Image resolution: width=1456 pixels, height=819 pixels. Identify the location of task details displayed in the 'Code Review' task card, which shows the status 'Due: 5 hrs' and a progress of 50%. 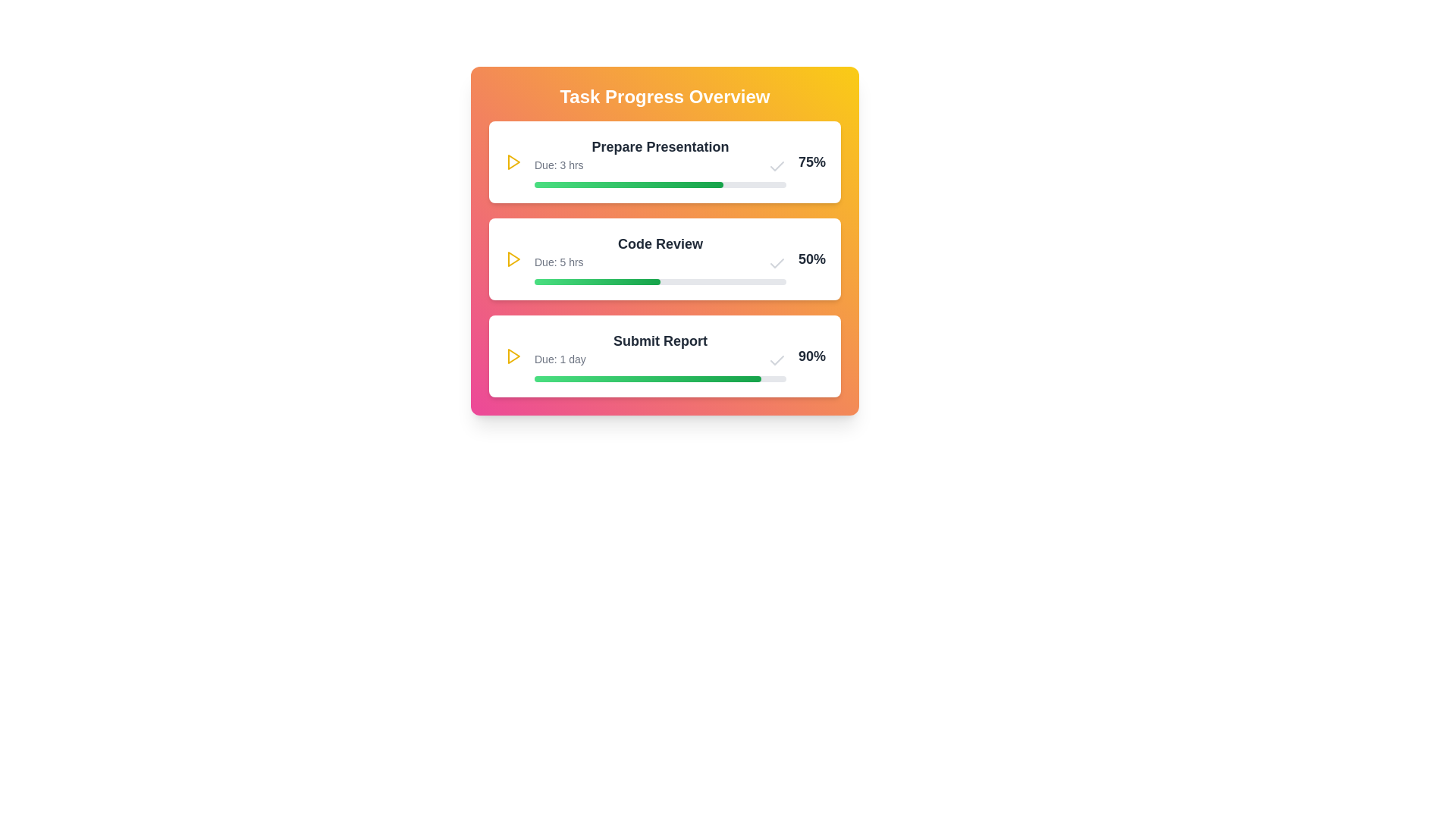
(665, 259).